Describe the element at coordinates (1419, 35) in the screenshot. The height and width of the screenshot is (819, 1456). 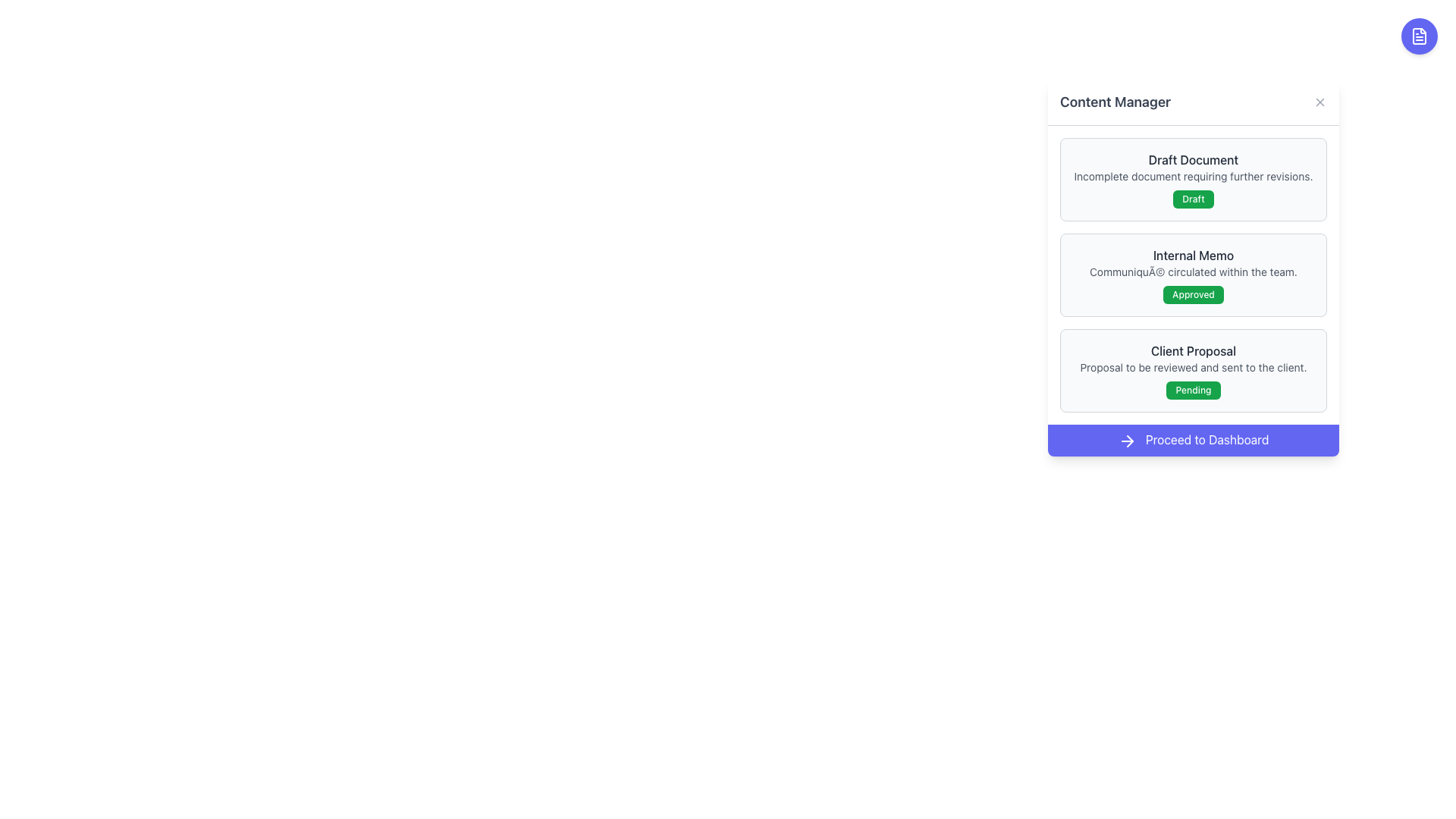
I see `the prominent action button located at the top-right corner of the interface, above the 'Content Manager' area` at that location.